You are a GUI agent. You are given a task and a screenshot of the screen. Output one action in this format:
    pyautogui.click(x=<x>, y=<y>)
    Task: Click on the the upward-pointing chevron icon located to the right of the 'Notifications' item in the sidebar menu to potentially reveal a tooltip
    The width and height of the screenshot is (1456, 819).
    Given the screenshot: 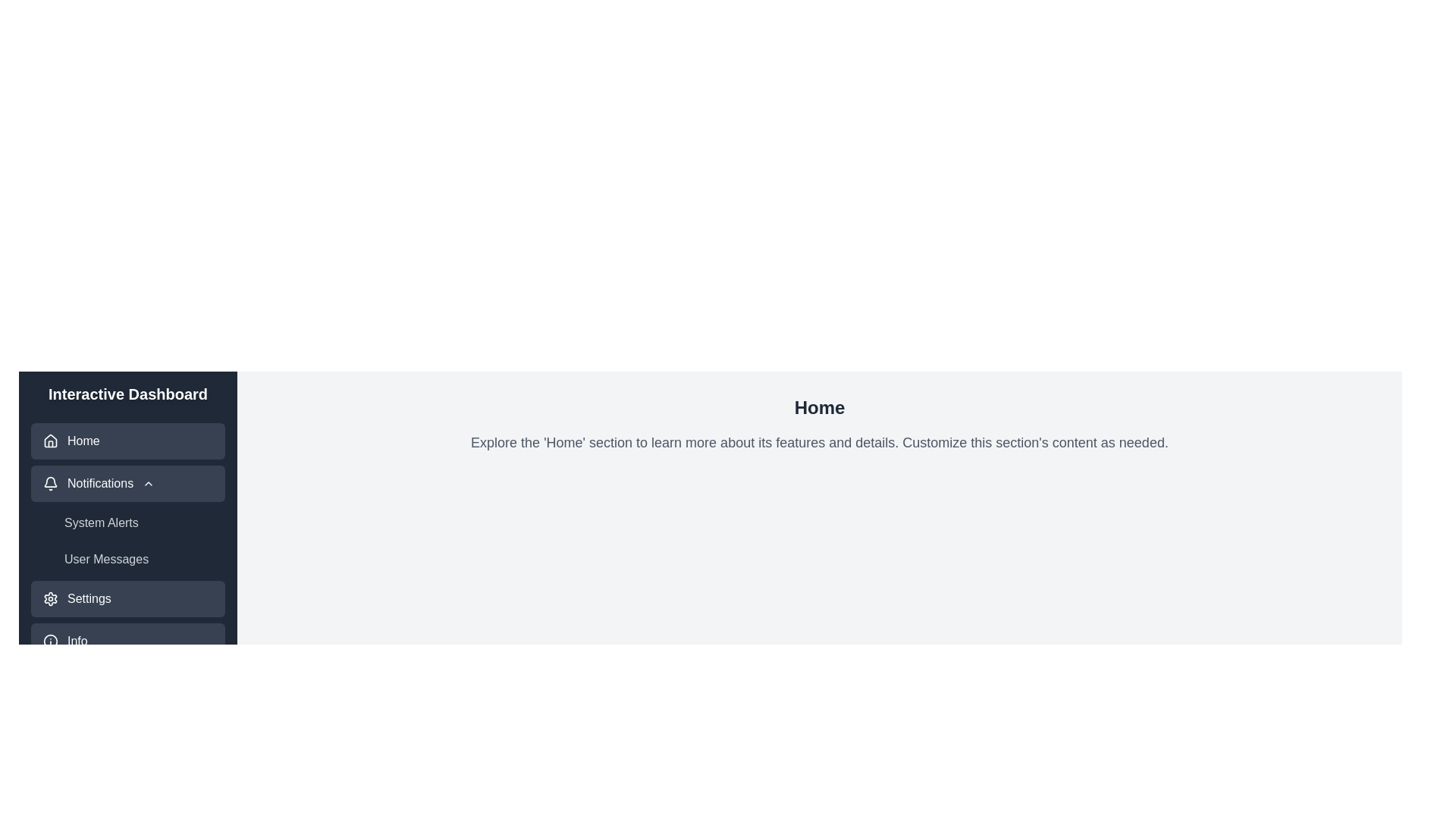 What is the action you would take?
    pyautogui.click(x=149, y=483)
    